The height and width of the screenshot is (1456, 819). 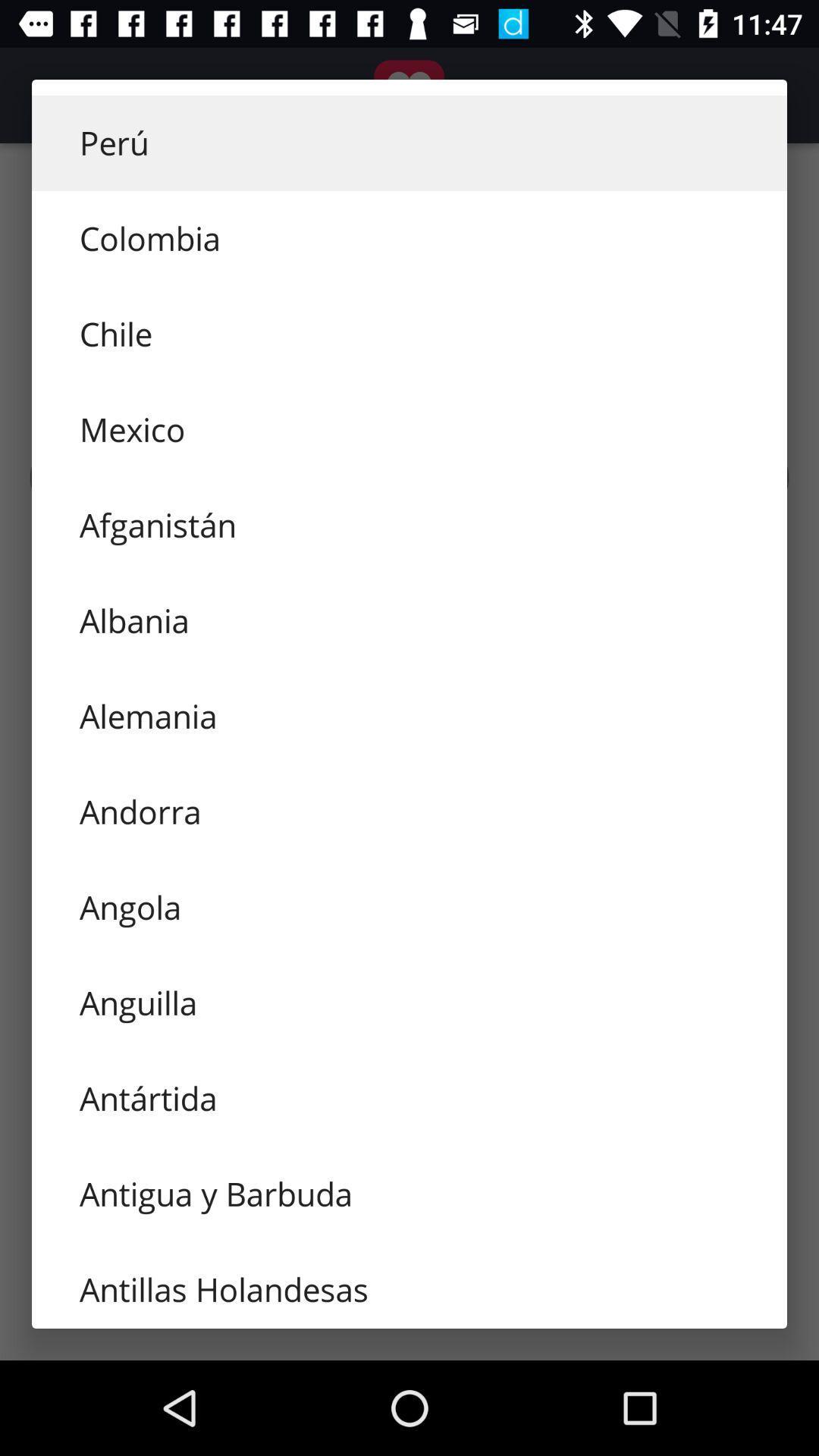 What do you see at coordinates (409, 143) in the screenshot?
I see `icon above colombia item` at bounding box center [409, 143].